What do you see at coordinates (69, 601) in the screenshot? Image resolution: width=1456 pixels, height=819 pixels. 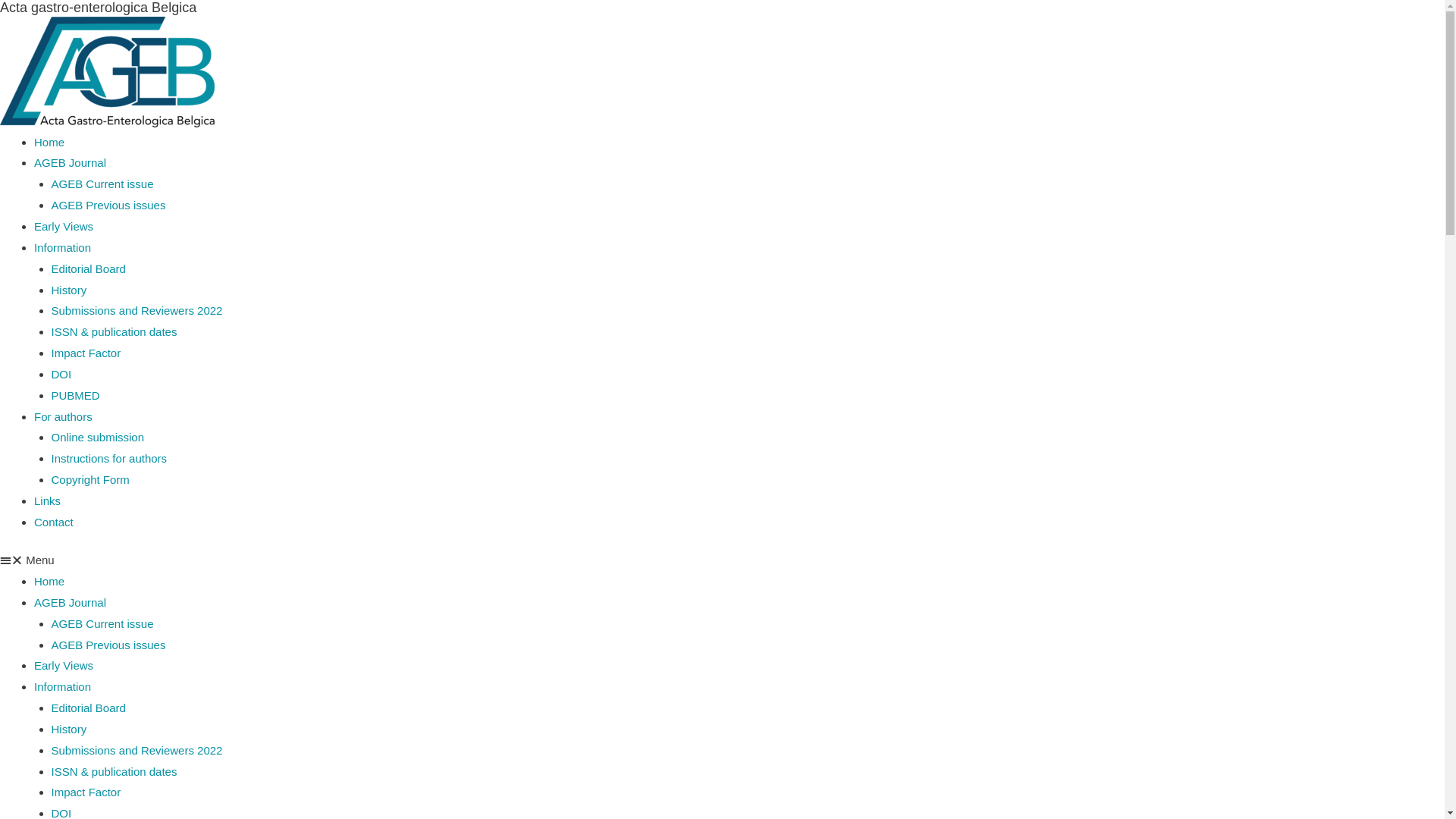 I see `'AGEB Journal'` at bounding box center [69, 601].